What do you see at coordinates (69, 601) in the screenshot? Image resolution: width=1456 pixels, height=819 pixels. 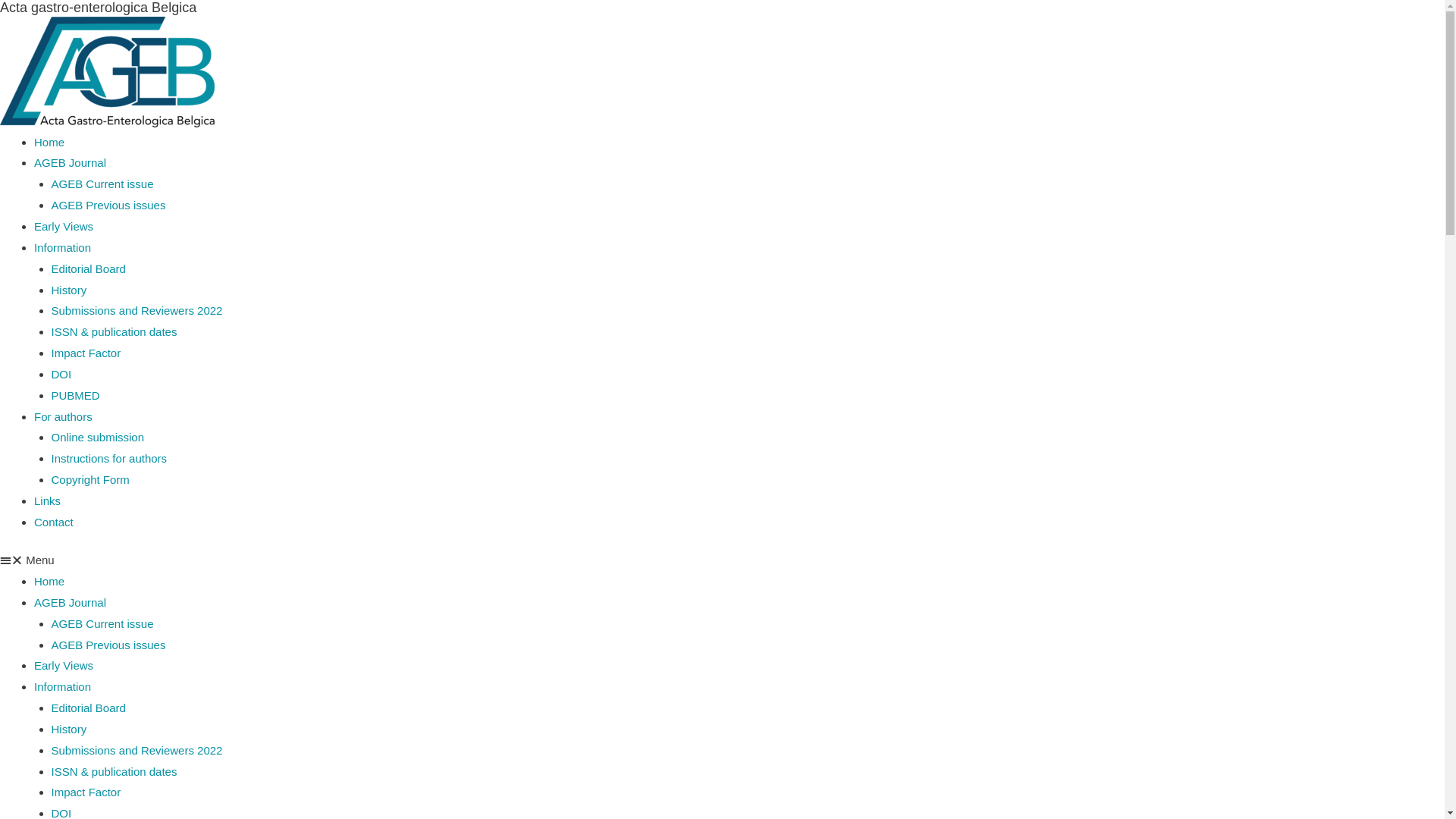 I see `'AGEB Journal'` at bounding box center [69, 601].